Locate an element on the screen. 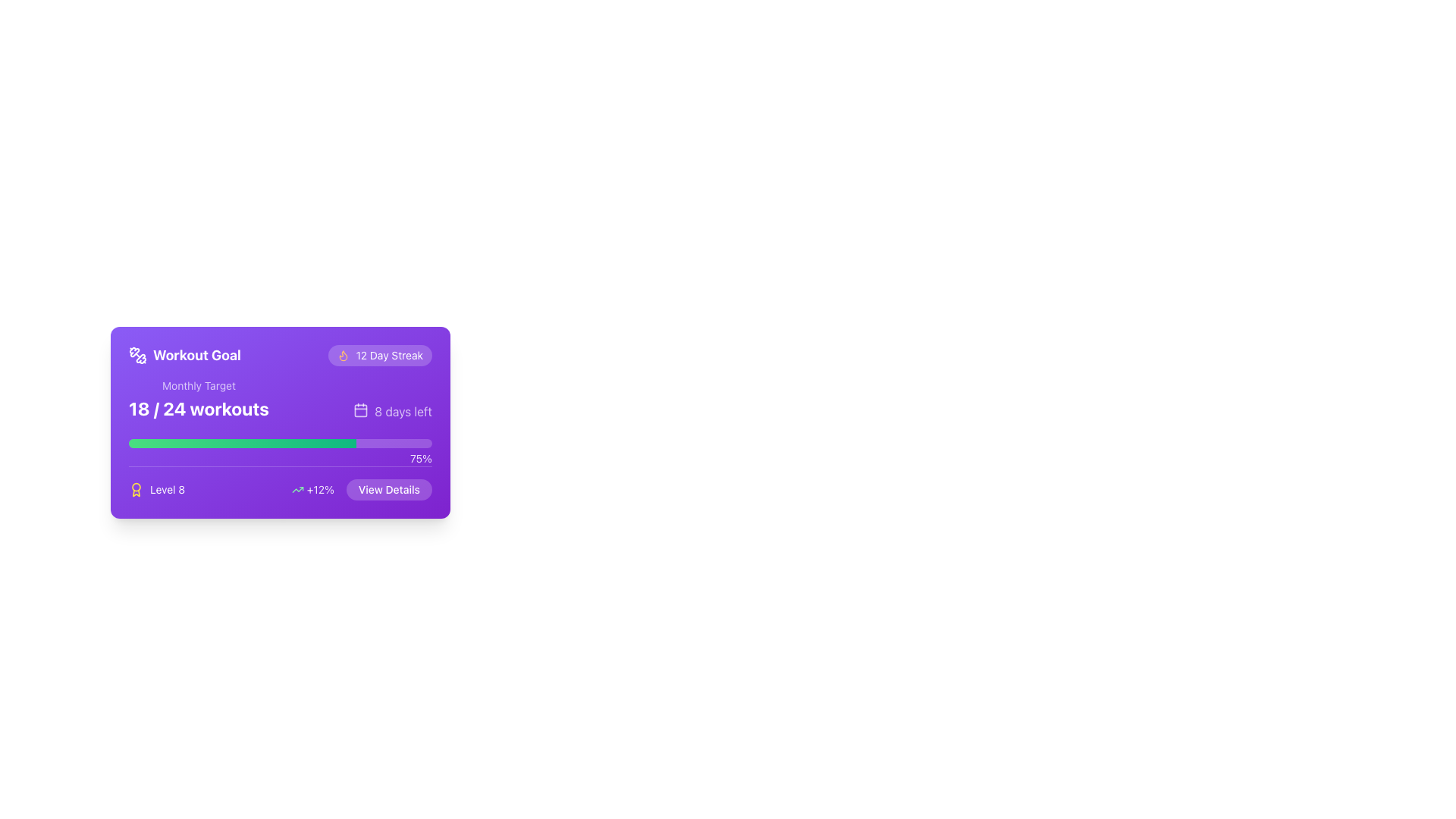 The height and width of the screenshot is (819, 1456). the text label introducing the workout or fitness goal for accessibility purposes is located at coordinates (184, 356).